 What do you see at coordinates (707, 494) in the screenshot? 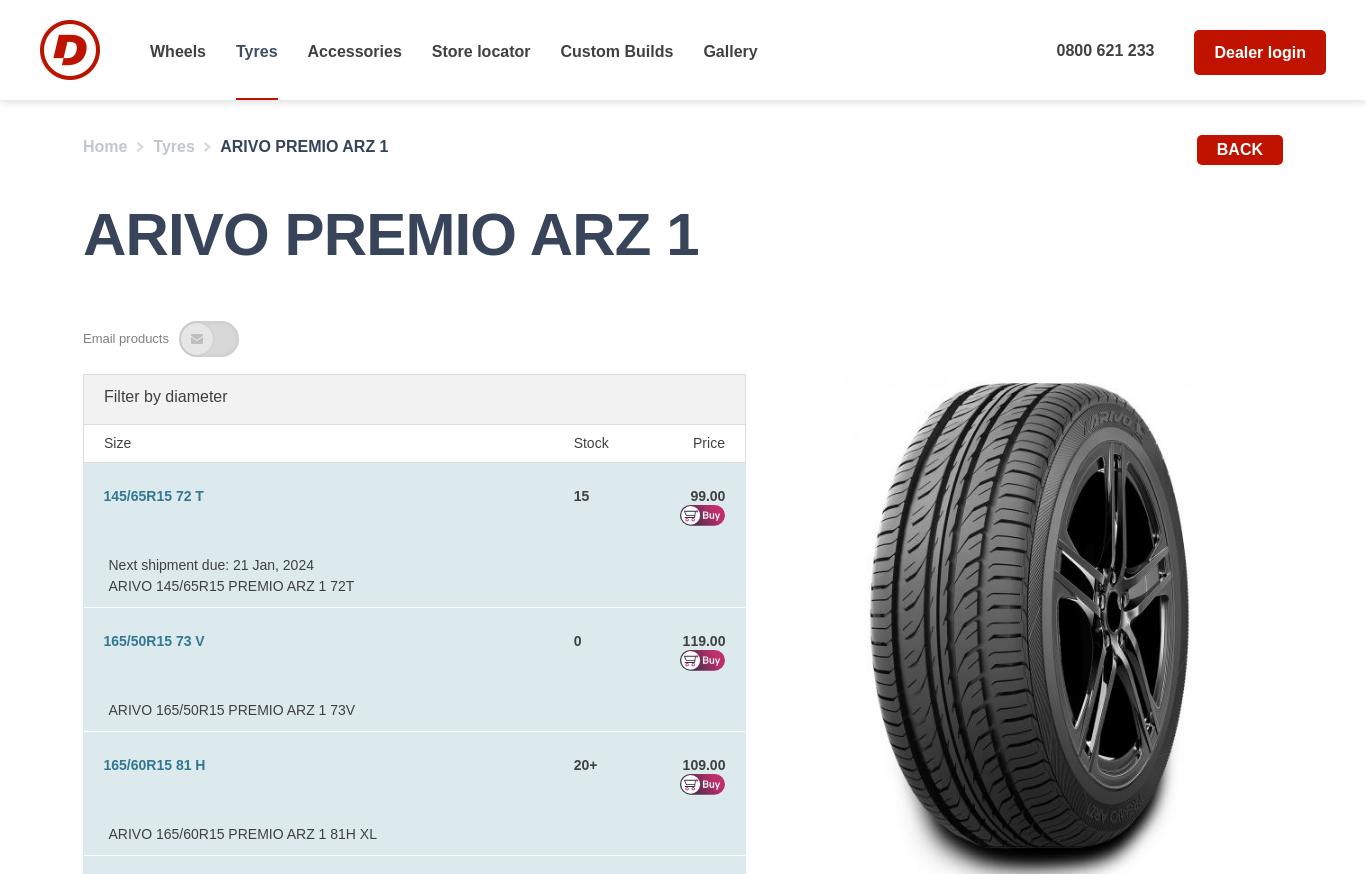
I see `'99.00'` at bounding box center [707, 494].